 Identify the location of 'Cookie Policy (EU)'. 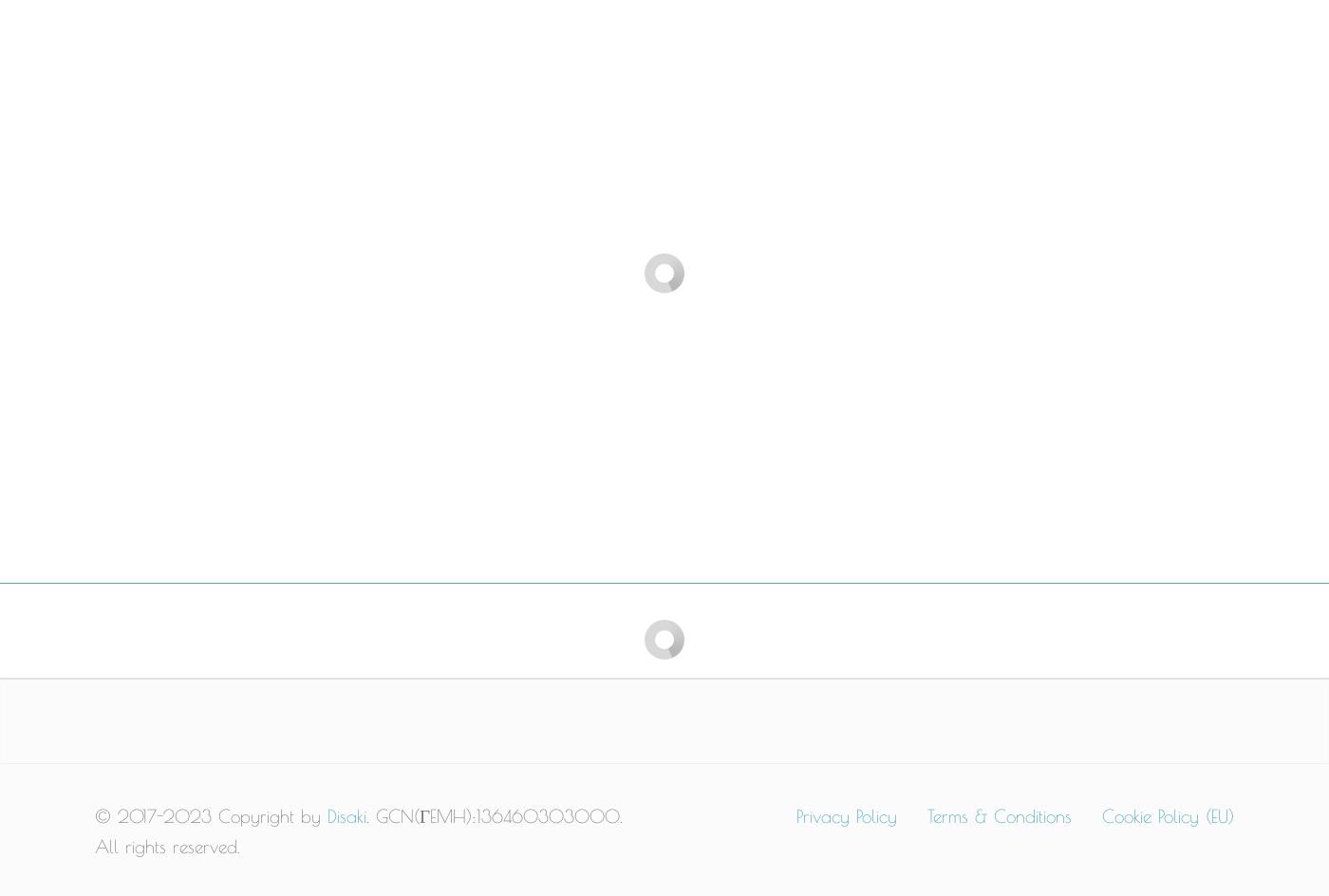
(1168, 815).